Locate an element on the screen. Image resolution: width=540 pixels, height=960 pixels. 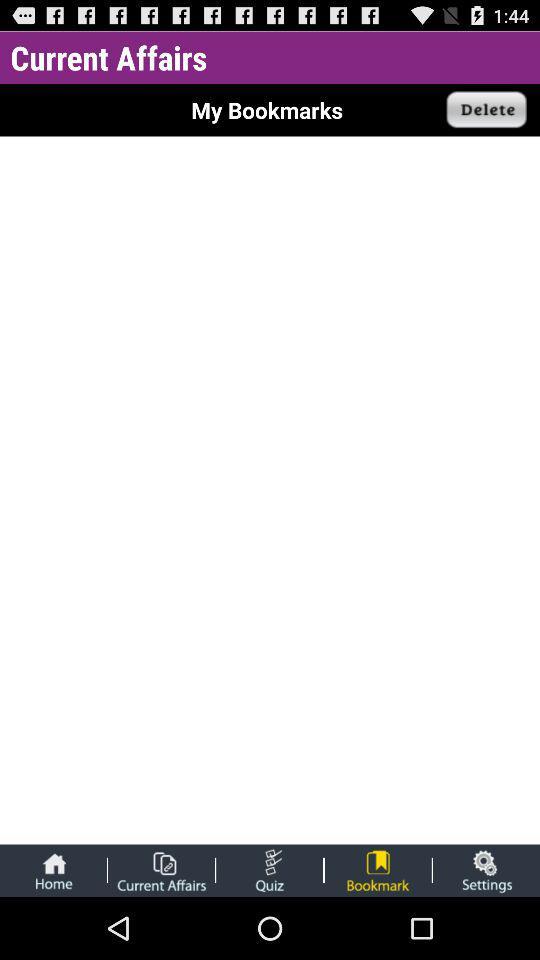
the mark the history is located at coordinates (378, 869).